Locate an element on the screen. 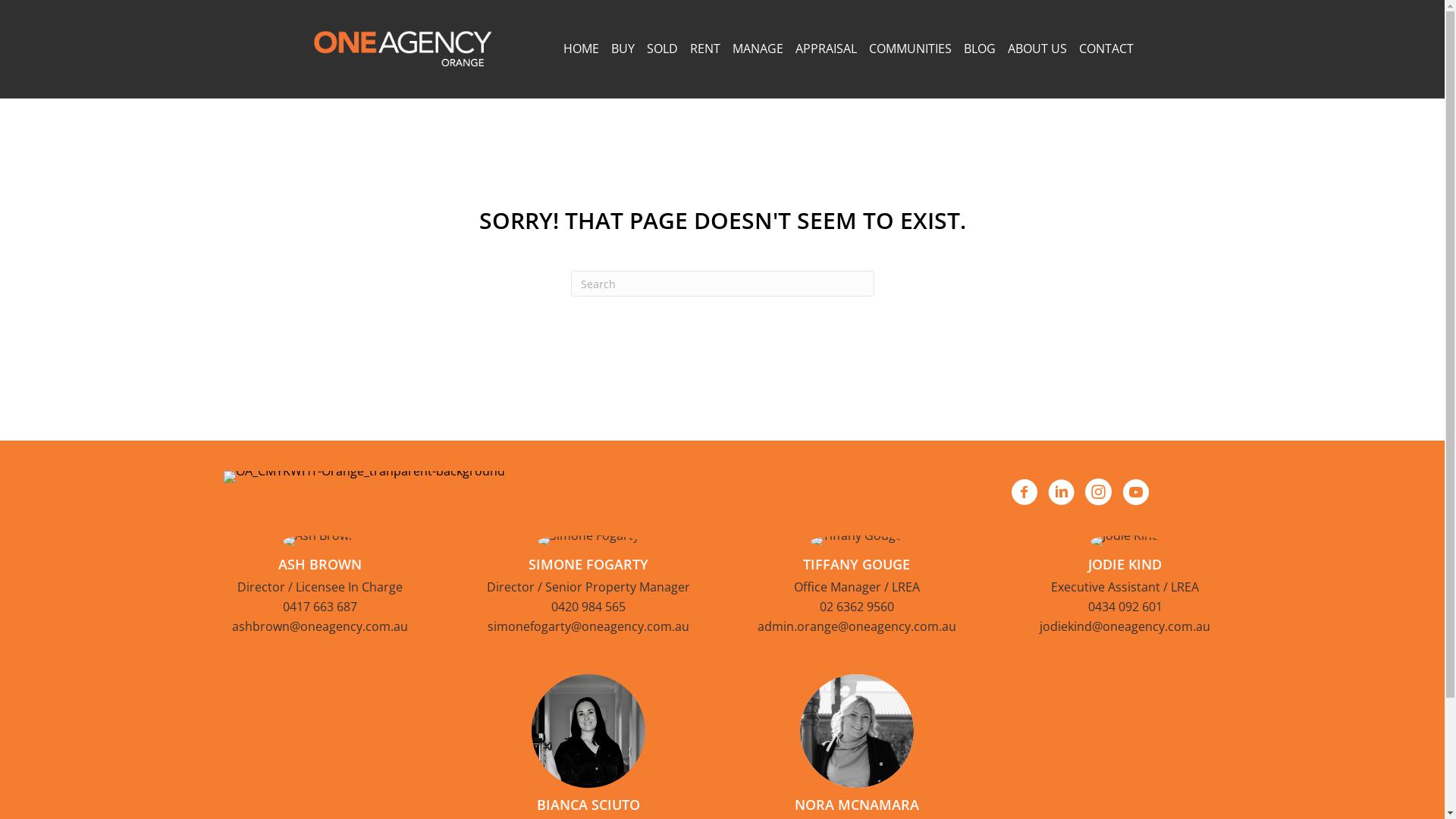 Image resolution: width=1456 pixels, height=819 pixels. 'BUY' is located at coordinates (623, 48).